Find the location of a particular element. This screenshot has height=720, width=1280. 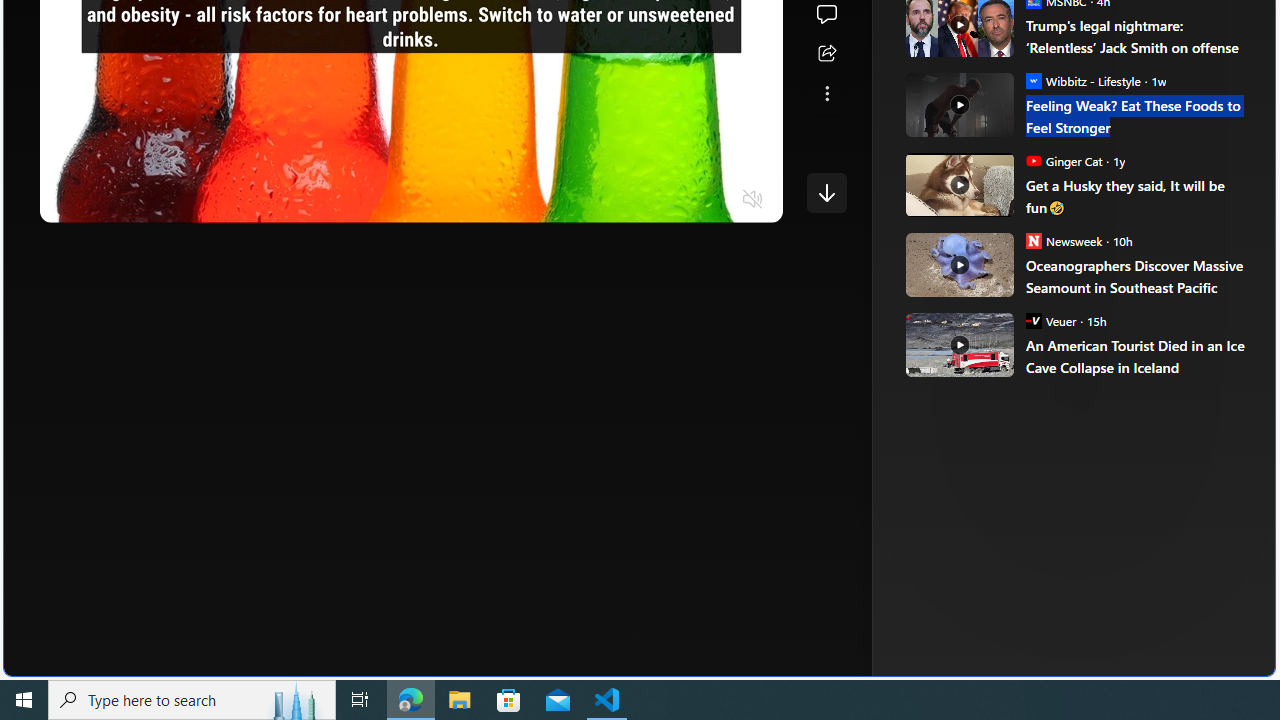

'Seek Back' is located at coordinates (109, 200).